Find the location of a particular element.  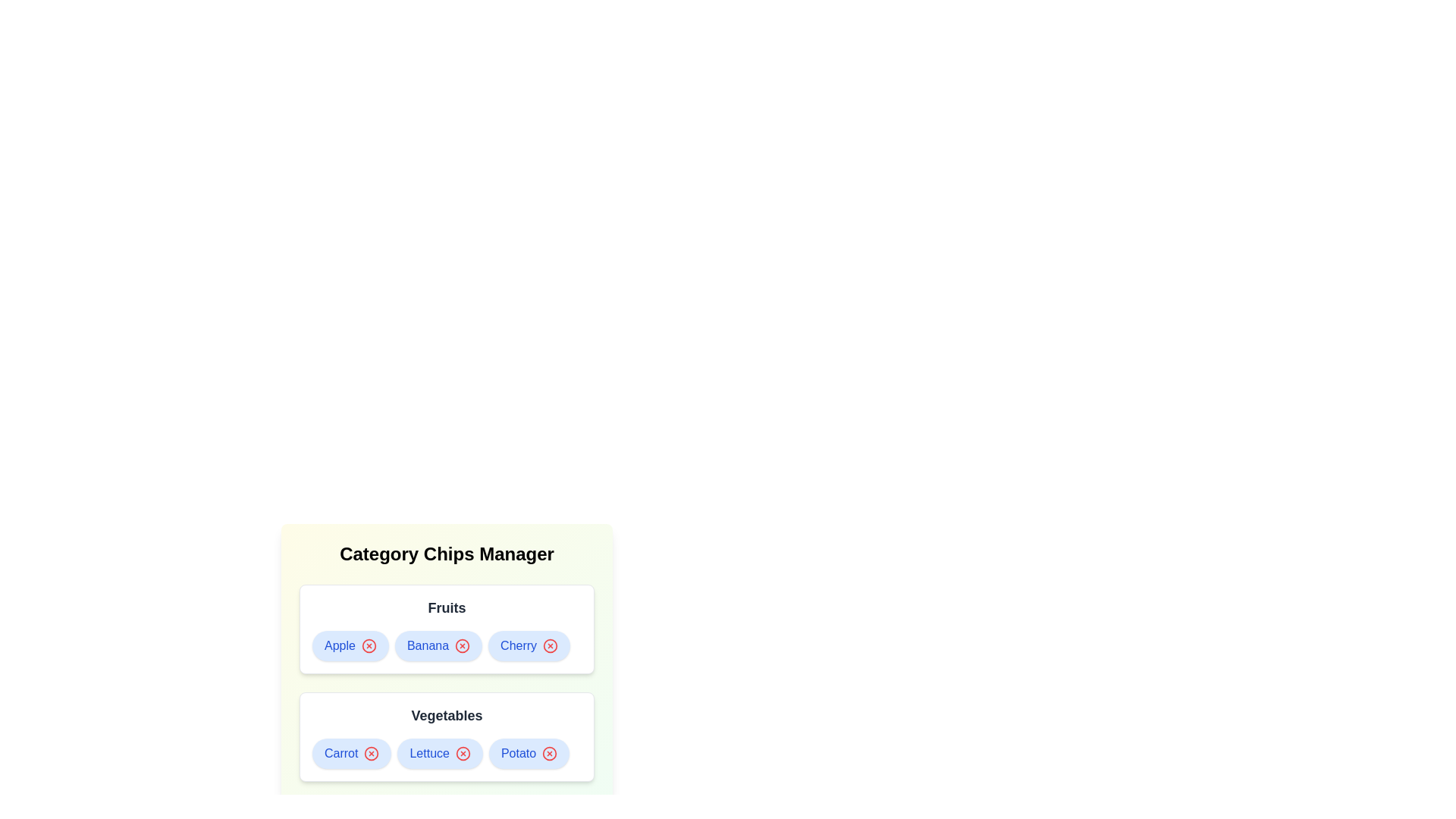

remove button for the chip labeled Potato is located at coordinates (549, 754).